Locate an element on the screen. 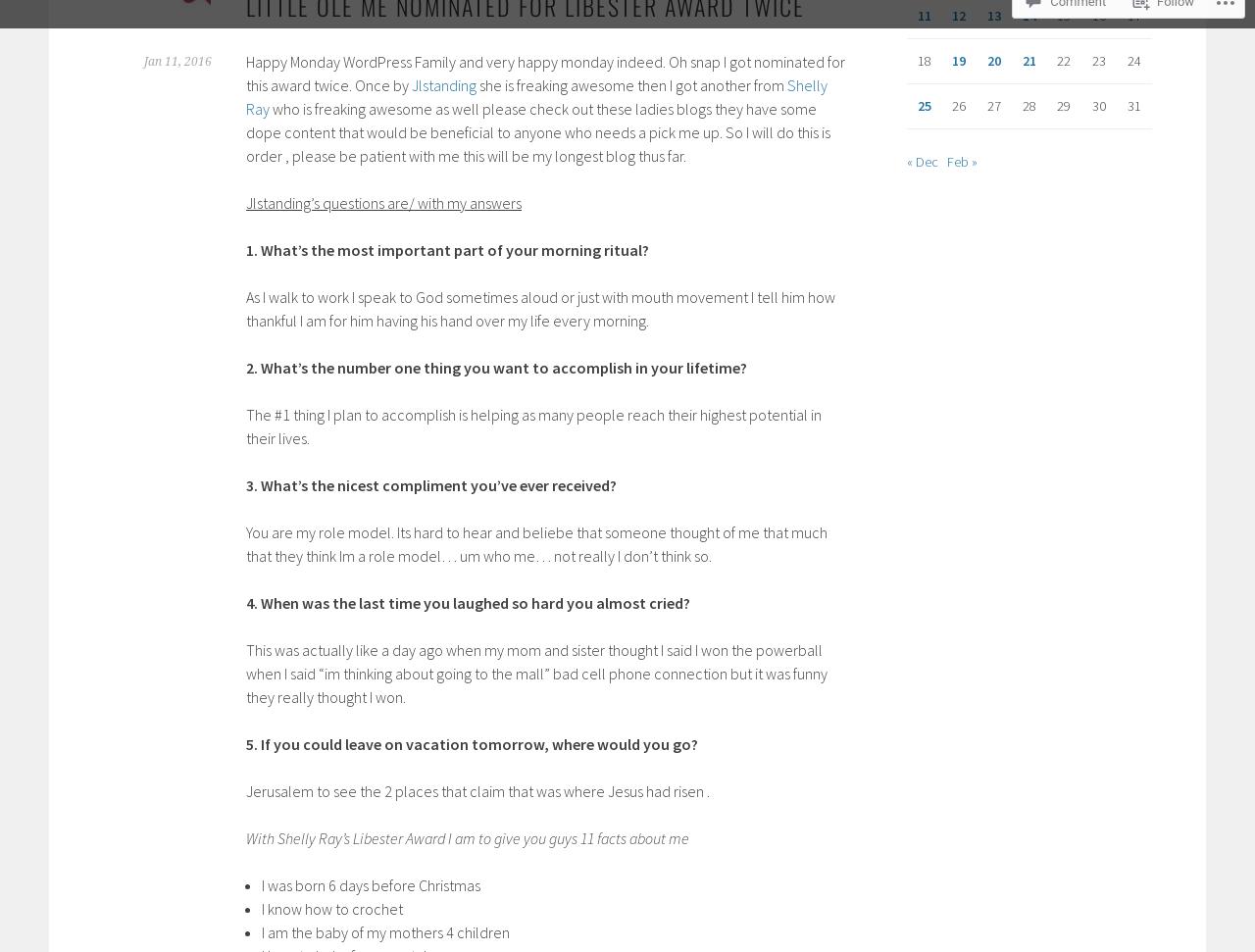 The width and height of the screenshot is (1255, 952). 'she is freaking awesome then I got another from' is located at coordinates (631, 83).